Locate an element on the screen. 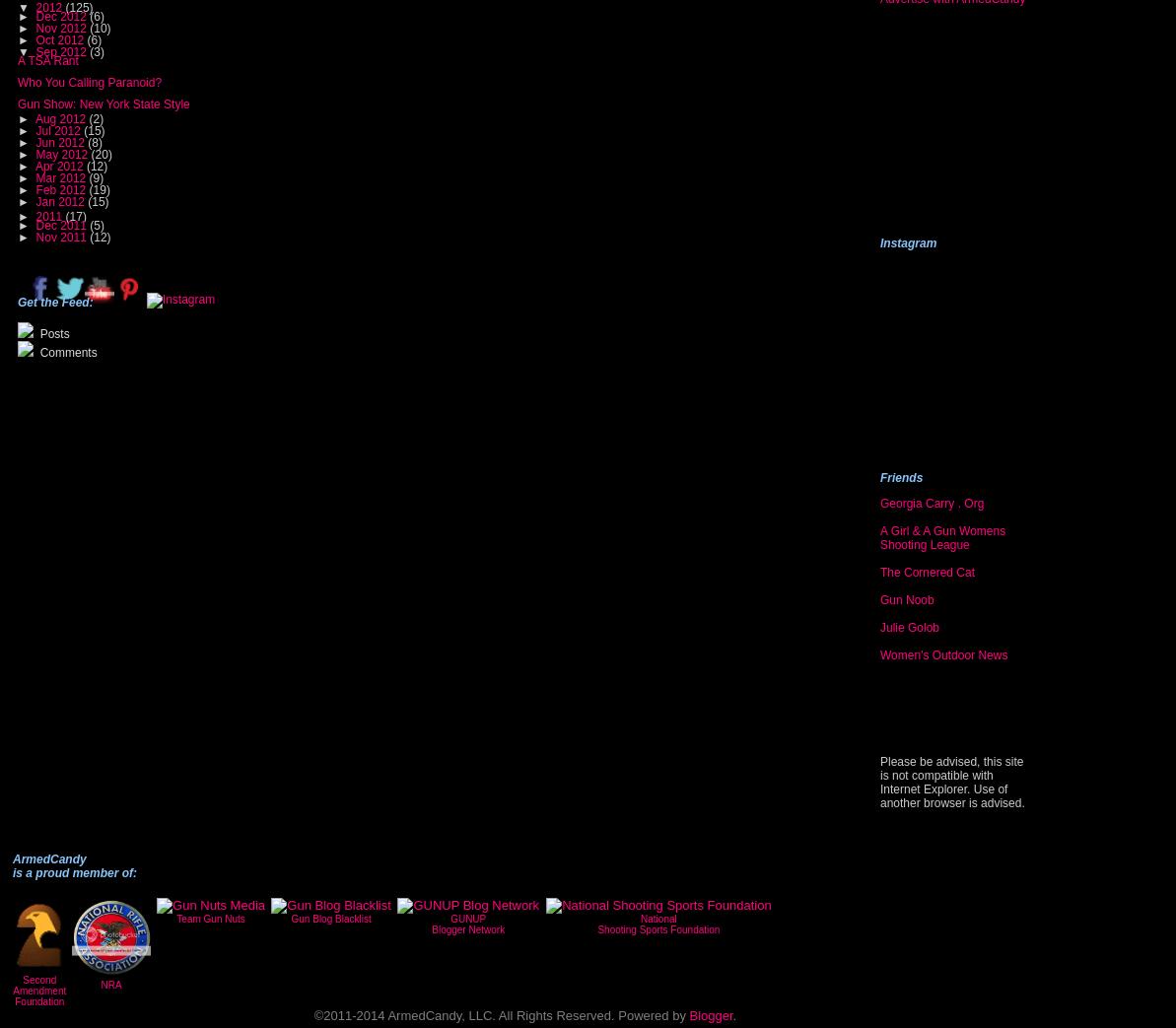 The width and height of the screenshot is (1176, 1028). 'Jun 2012' is located at coordinates (60, 142).